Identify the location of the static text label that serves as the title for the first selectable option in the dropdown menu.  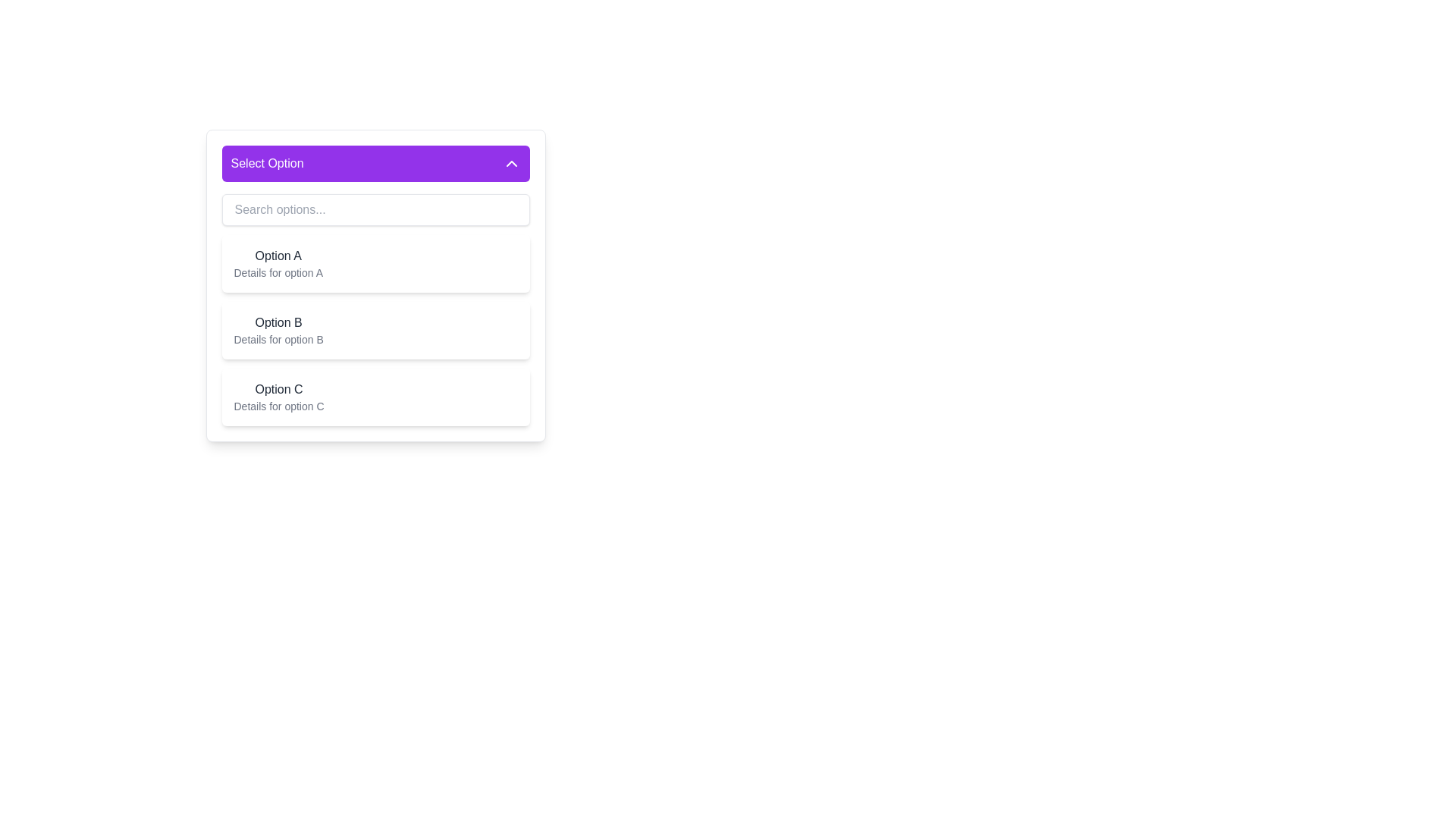
(278, 256).